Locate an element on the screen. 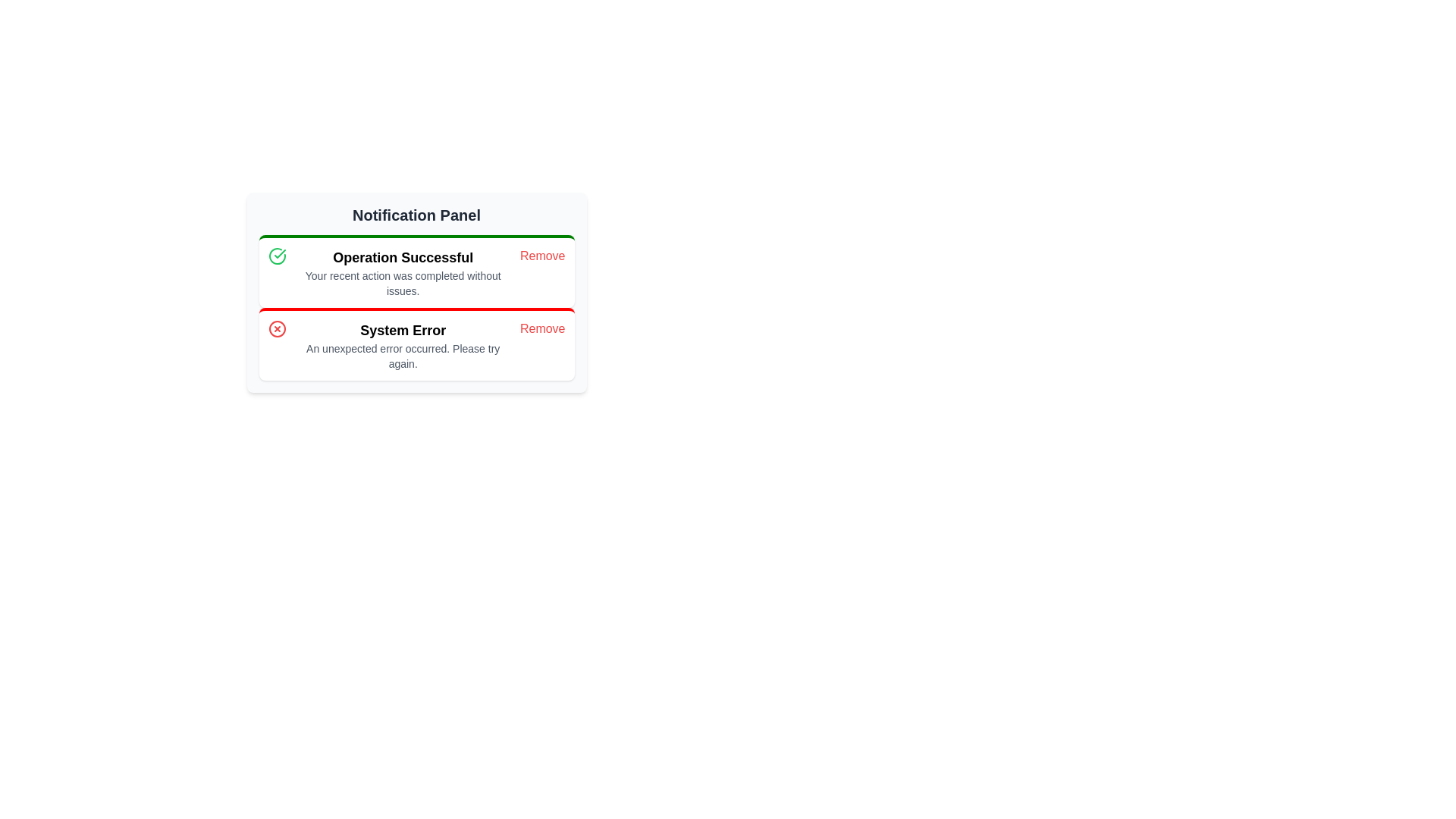 The image size is (1456, 819). the circular icon with a red border and white background that features a bold red cross, located in the 'System Error' notification box in the 'Notification Panel' is located at coordinates (277, 328).